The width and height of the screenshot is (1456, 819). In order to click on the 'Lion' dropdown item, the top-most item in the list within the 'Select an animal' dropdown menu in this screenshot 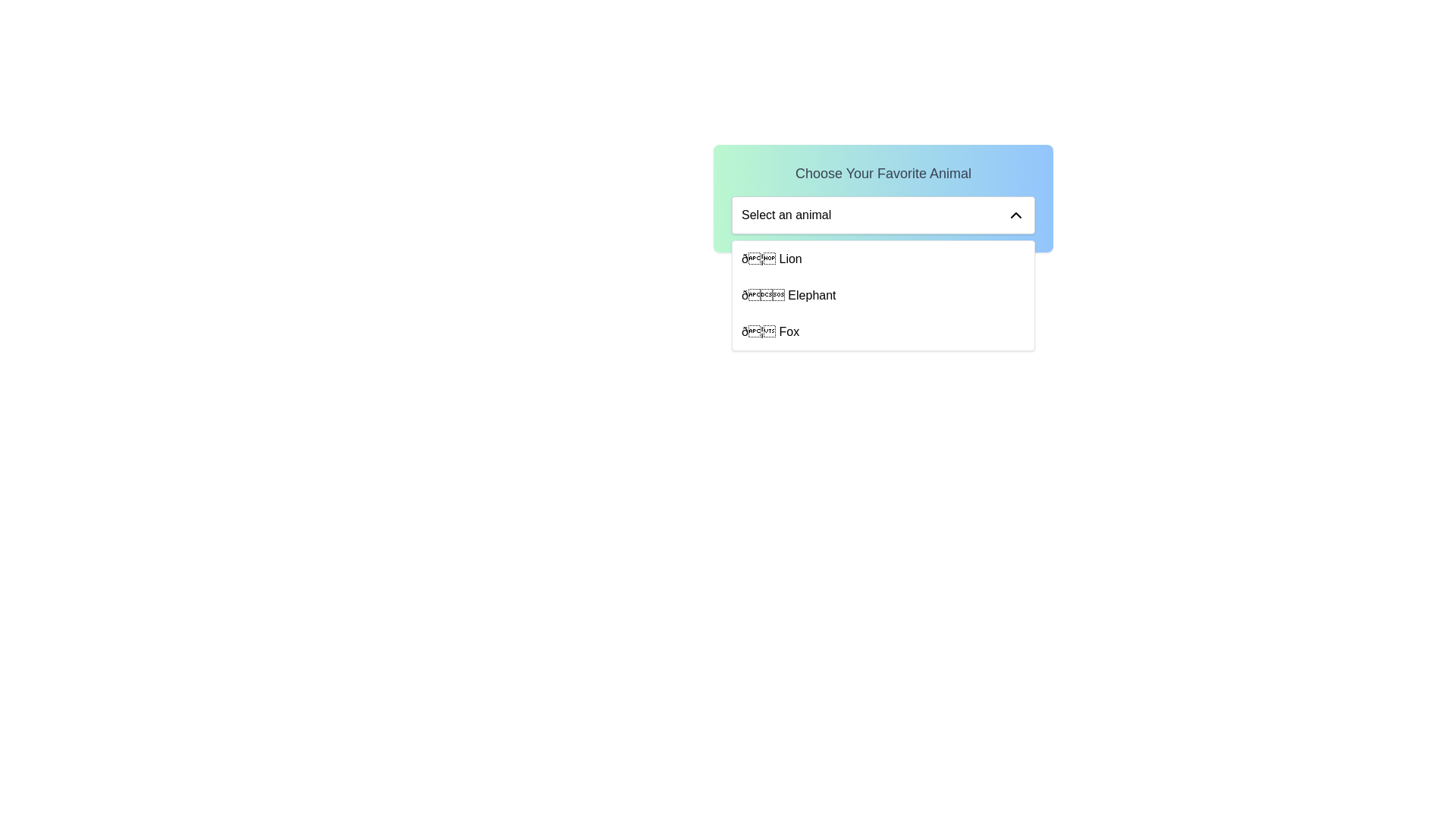, I will do `click(883, 259)`.